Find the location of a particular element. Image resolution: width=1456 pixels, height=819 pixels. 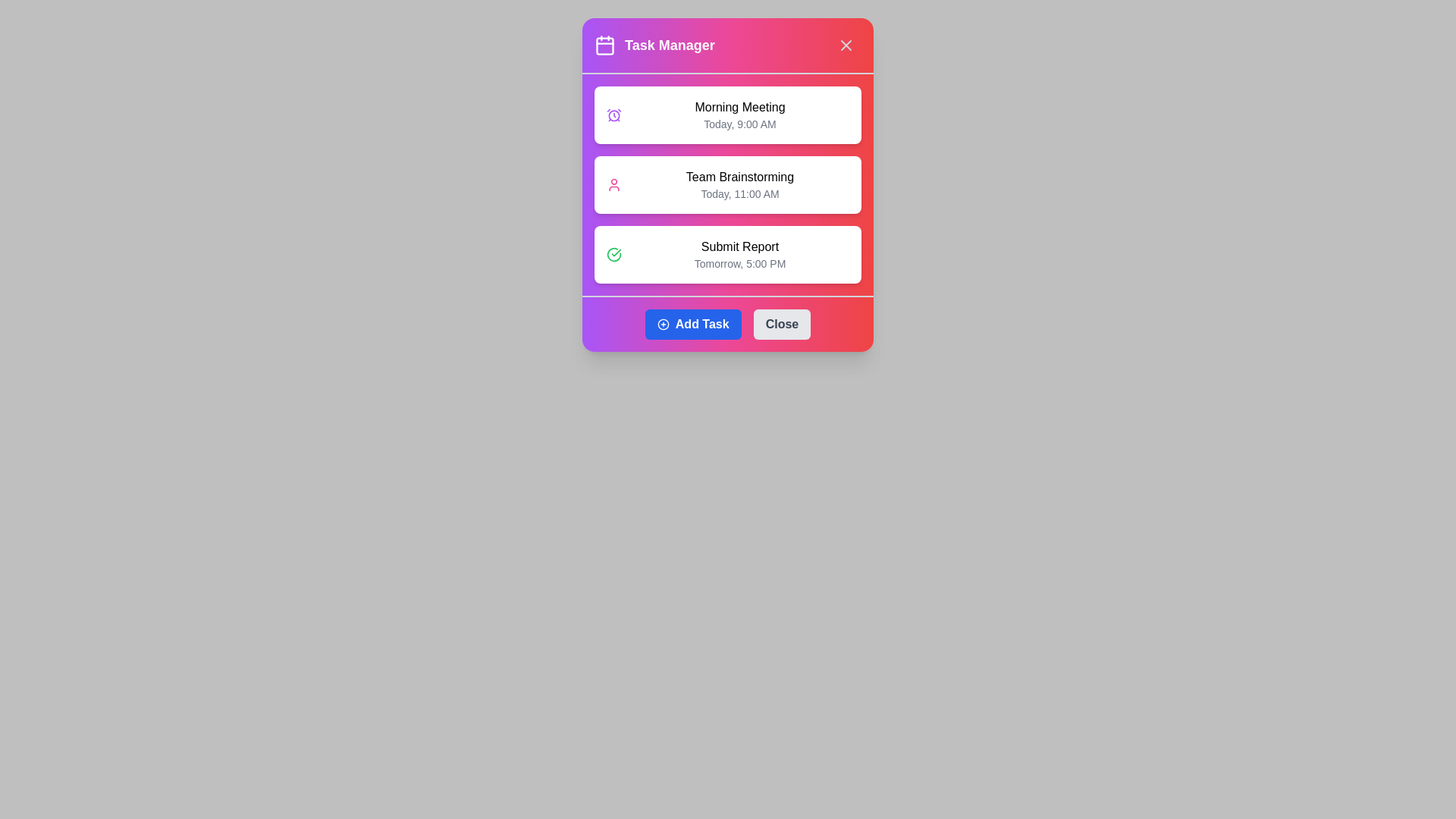

the 'Task Manager' label with the calendar icon, which is styled in bold white font on a bright gradient background is located at coordinates (654, 45).